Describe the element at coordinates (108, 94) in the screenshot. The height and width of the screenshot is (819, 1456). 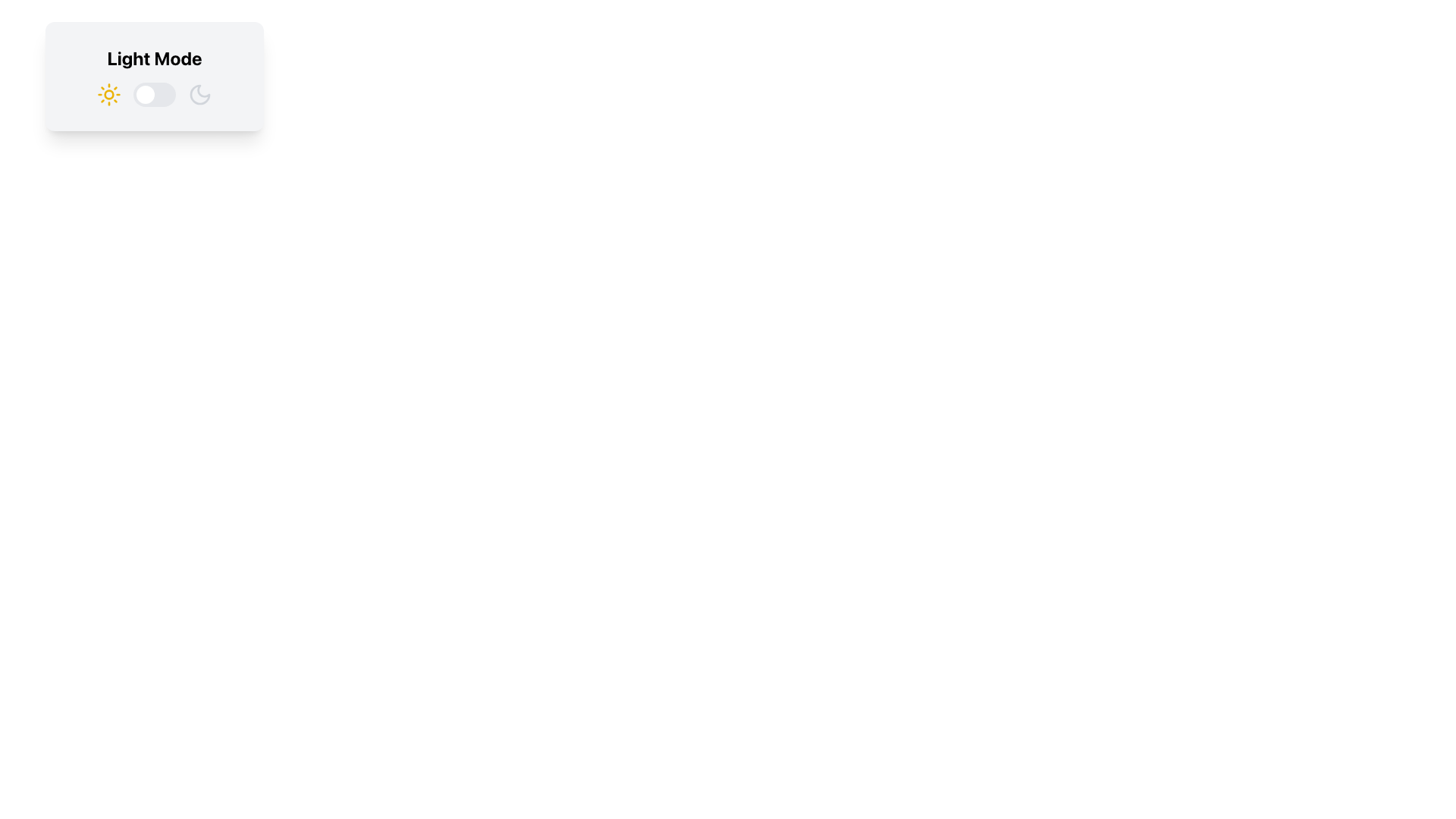
I see `sun icon, which is the leftmost icon in a horizontal arrangement, characterized by its bright yellow color and simplistic circular design, to gather details about its functionality` at that location.